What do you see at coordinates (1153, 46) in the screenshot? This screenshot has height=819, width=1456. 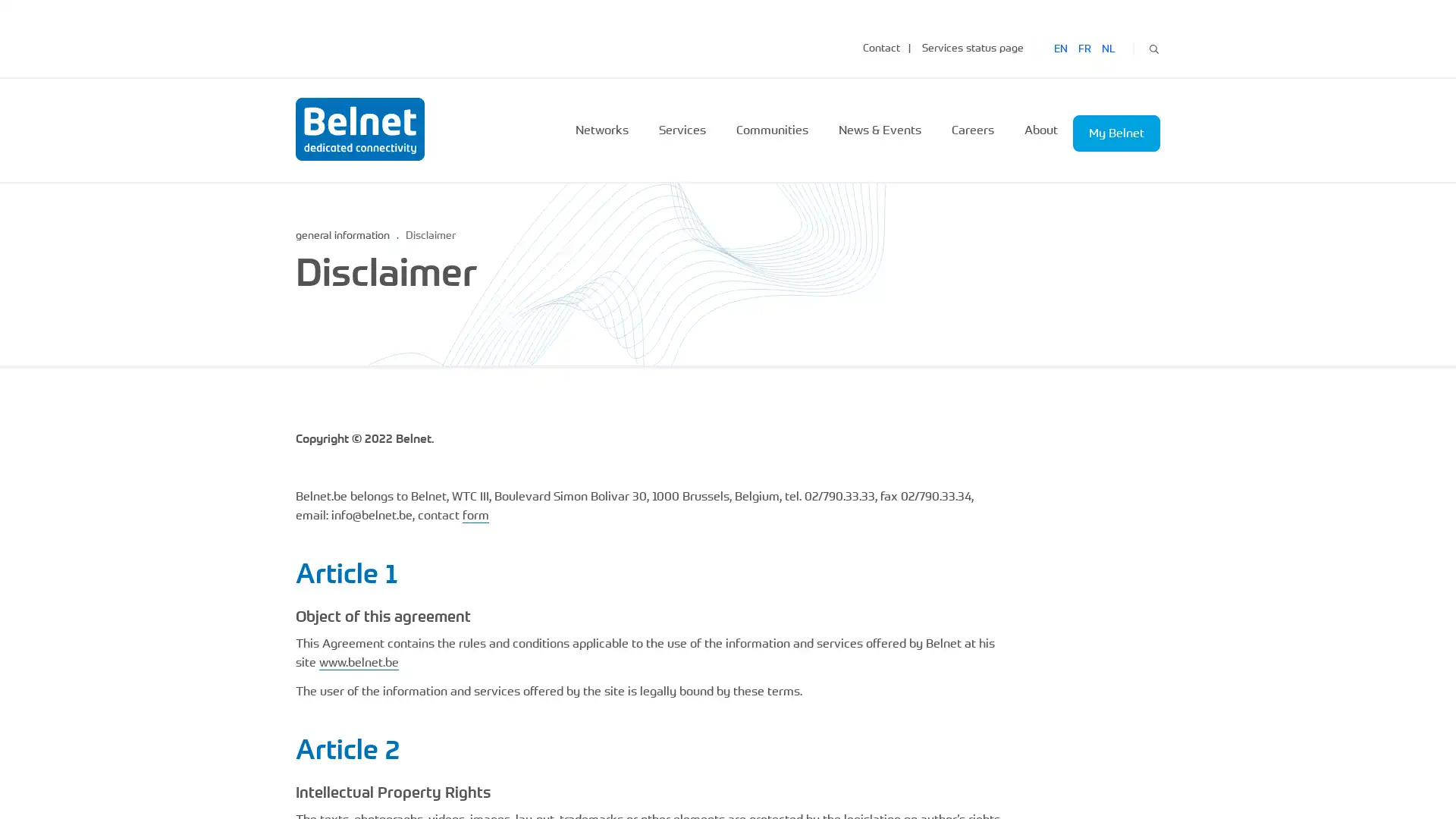 I see `Search` at bounding box center [1153, 46].